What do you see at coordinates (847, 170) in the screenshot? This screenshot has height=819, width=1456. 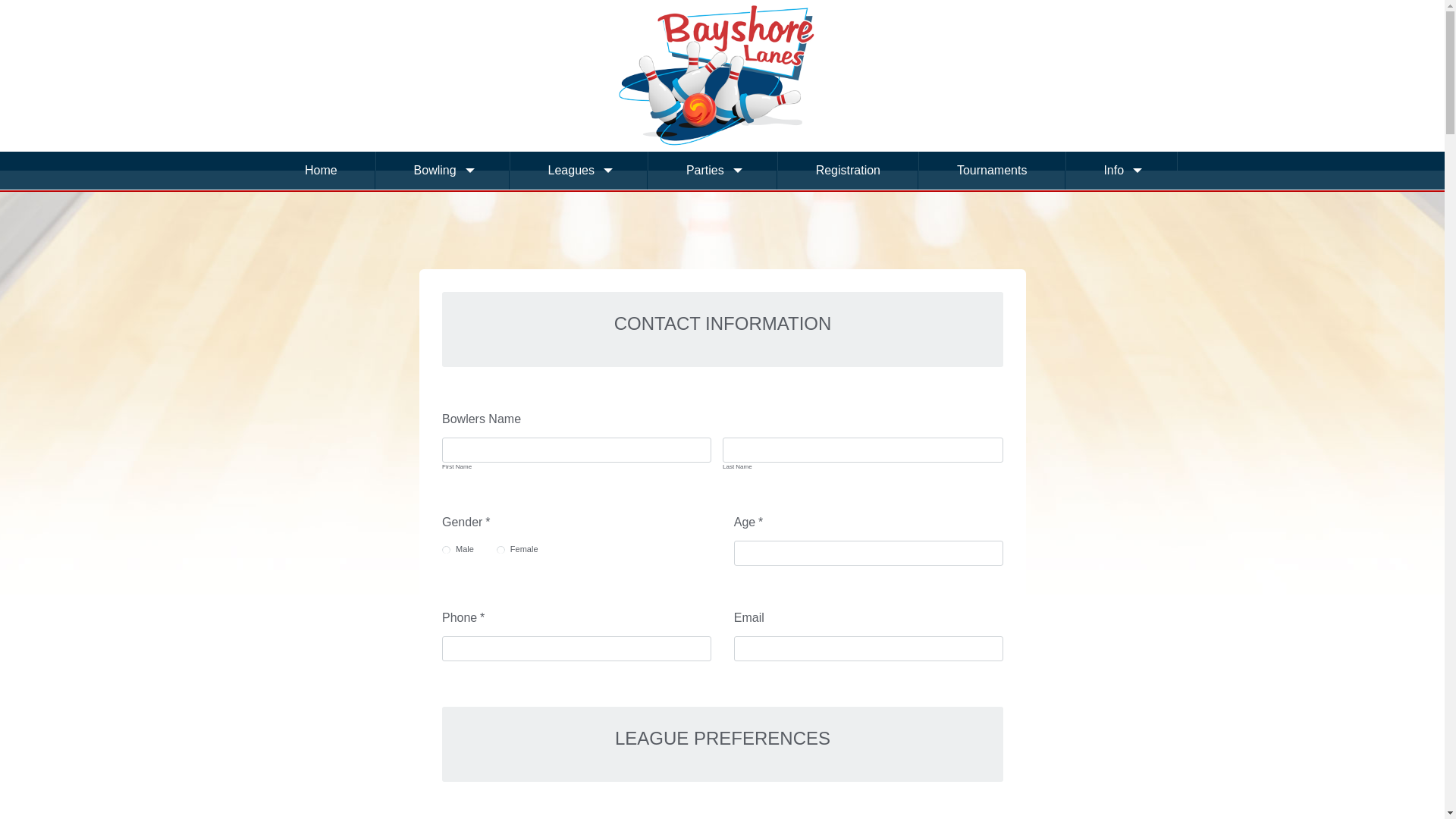 I see `'Registration'` at bounding box center [847, 170].